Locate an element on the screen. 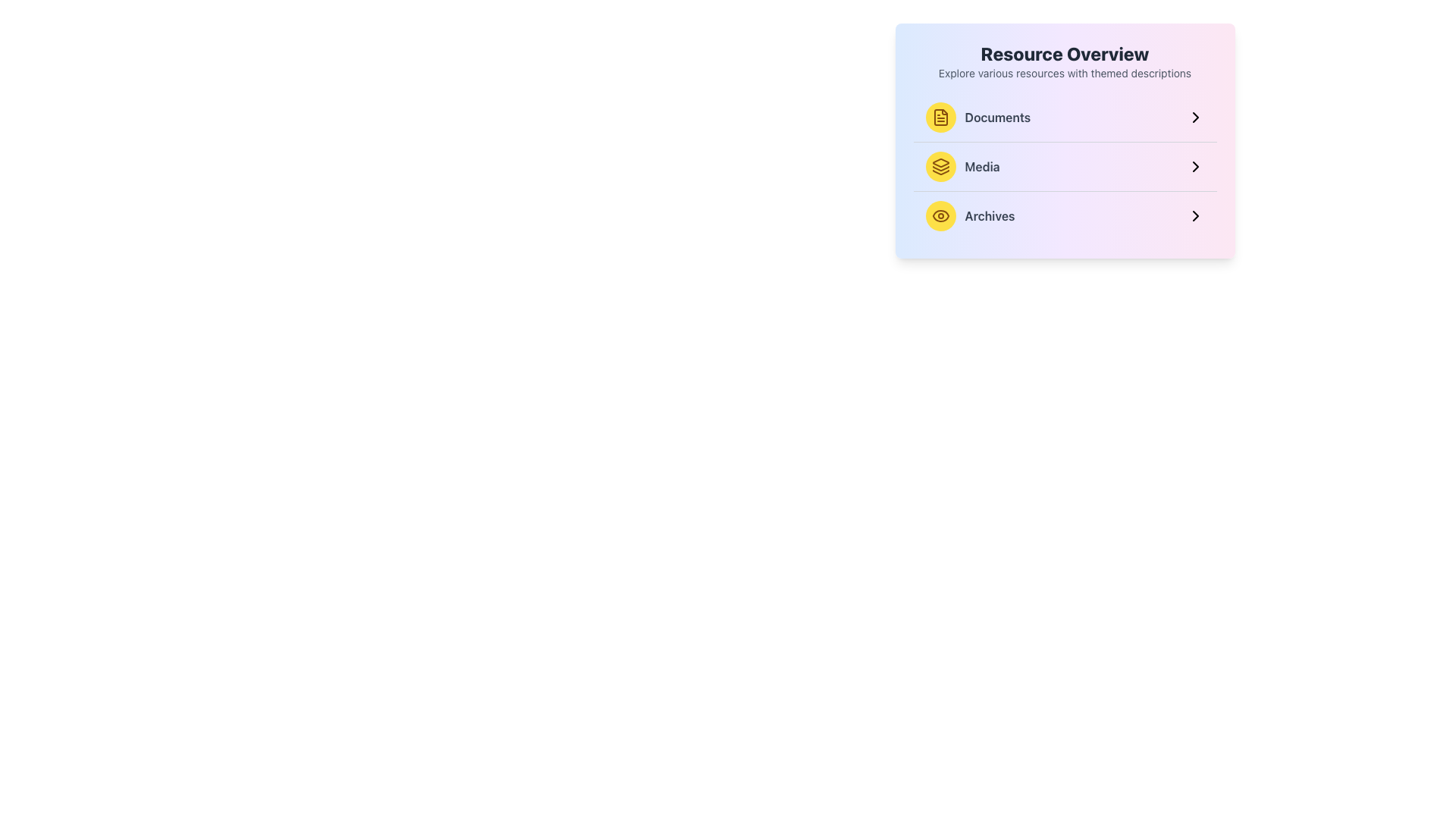  the chevron-shaped button with a right-pointing arrow located next to the 'Archives' label in the 'Resource Overview' section is located at coordinates (1194, 216).